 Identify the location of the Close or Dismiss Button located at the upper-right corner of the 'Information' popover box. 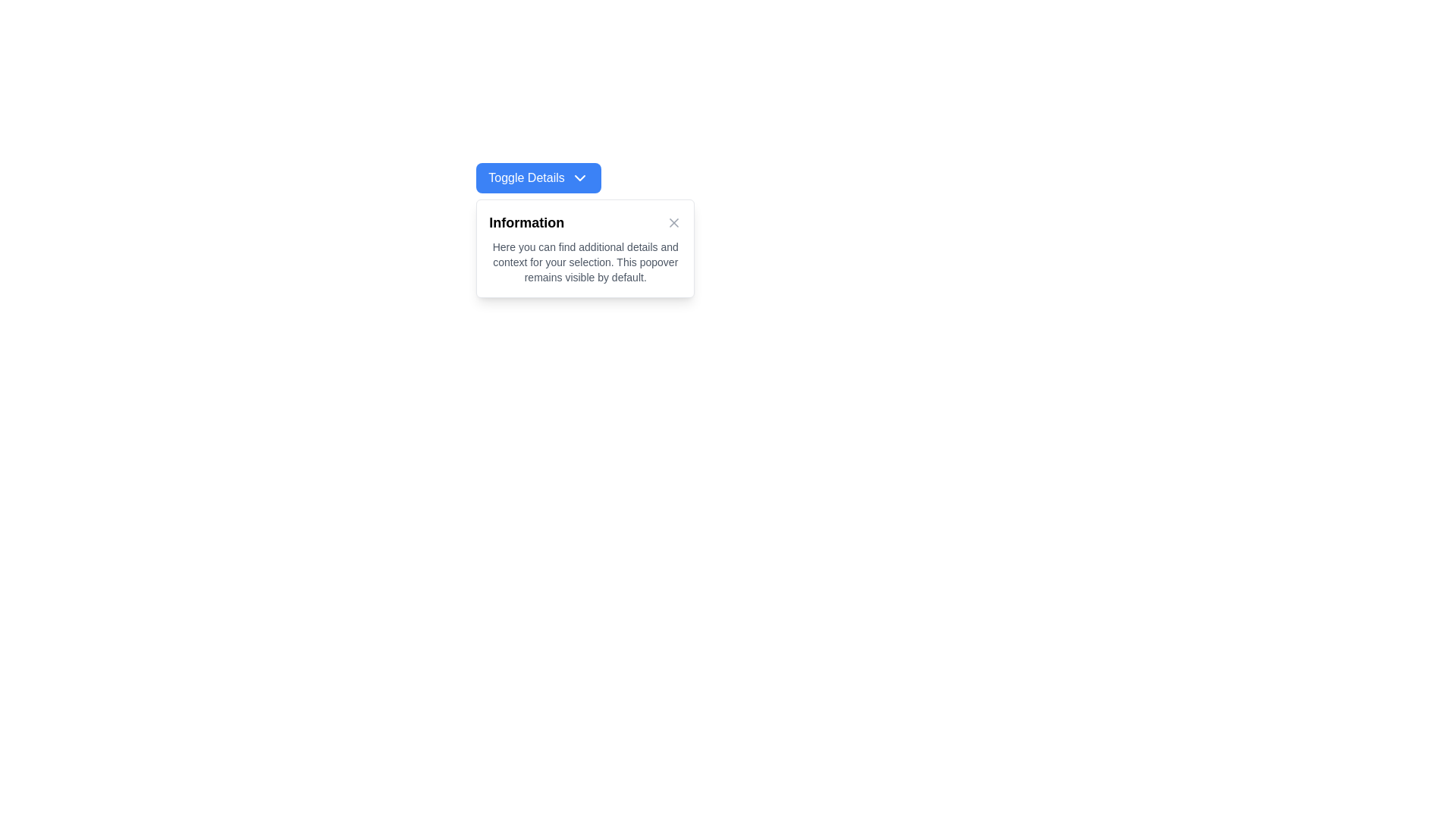
(673, 222).